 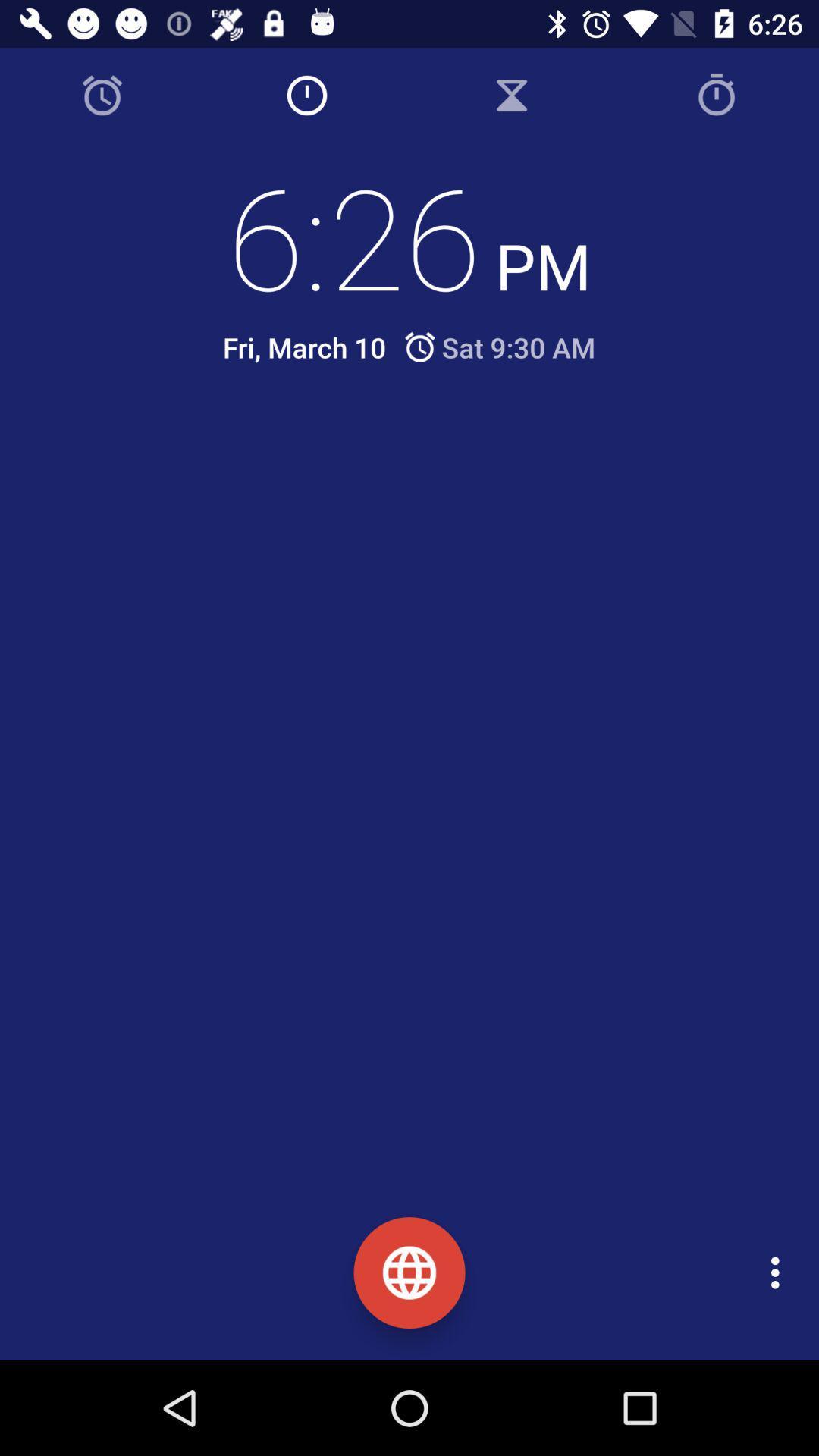 What do you see at coordinates (304, 347) in the screenshot?
I see `the fri, march 10 icon` at bounding box center [304, 347].